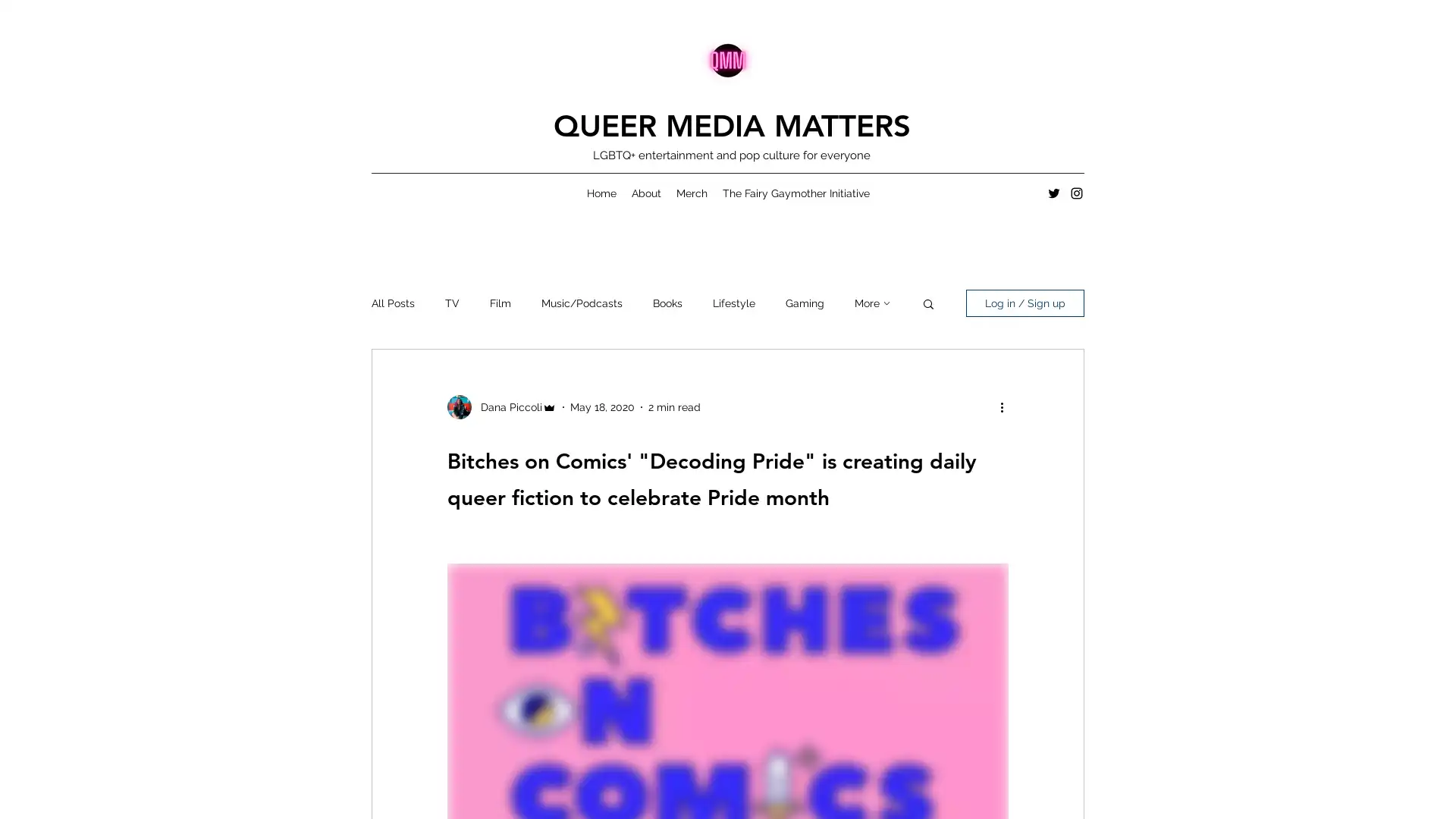 The width and height of the screenshot is (1456, 819). What do you see at coordinates (667, 303) in the screenshot?
I see `Books` at bounding box center [667, 303].